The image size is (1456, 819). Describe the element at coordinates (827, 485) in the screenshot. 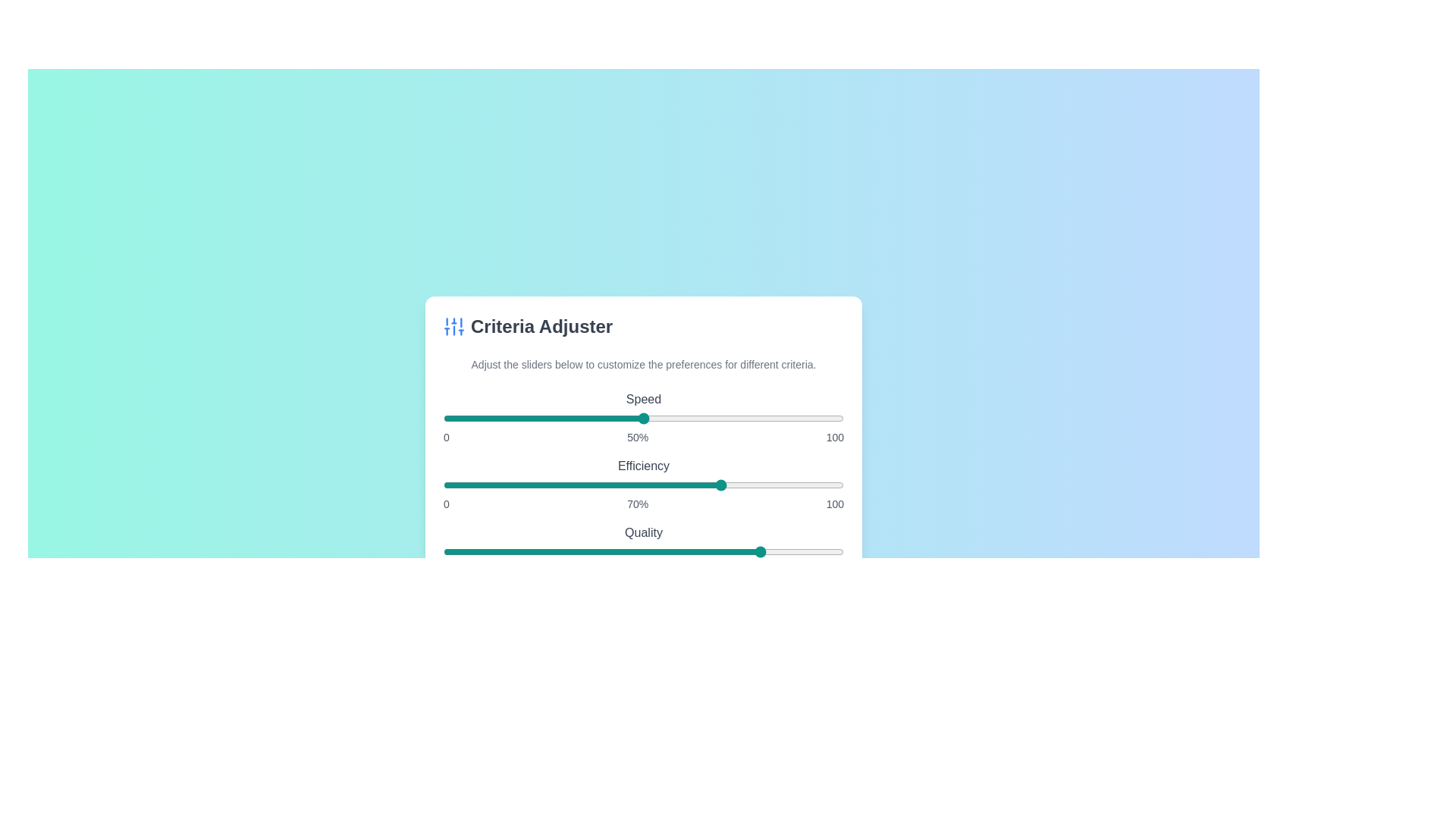

I see `the Efficiency slider to 96%` at that location.